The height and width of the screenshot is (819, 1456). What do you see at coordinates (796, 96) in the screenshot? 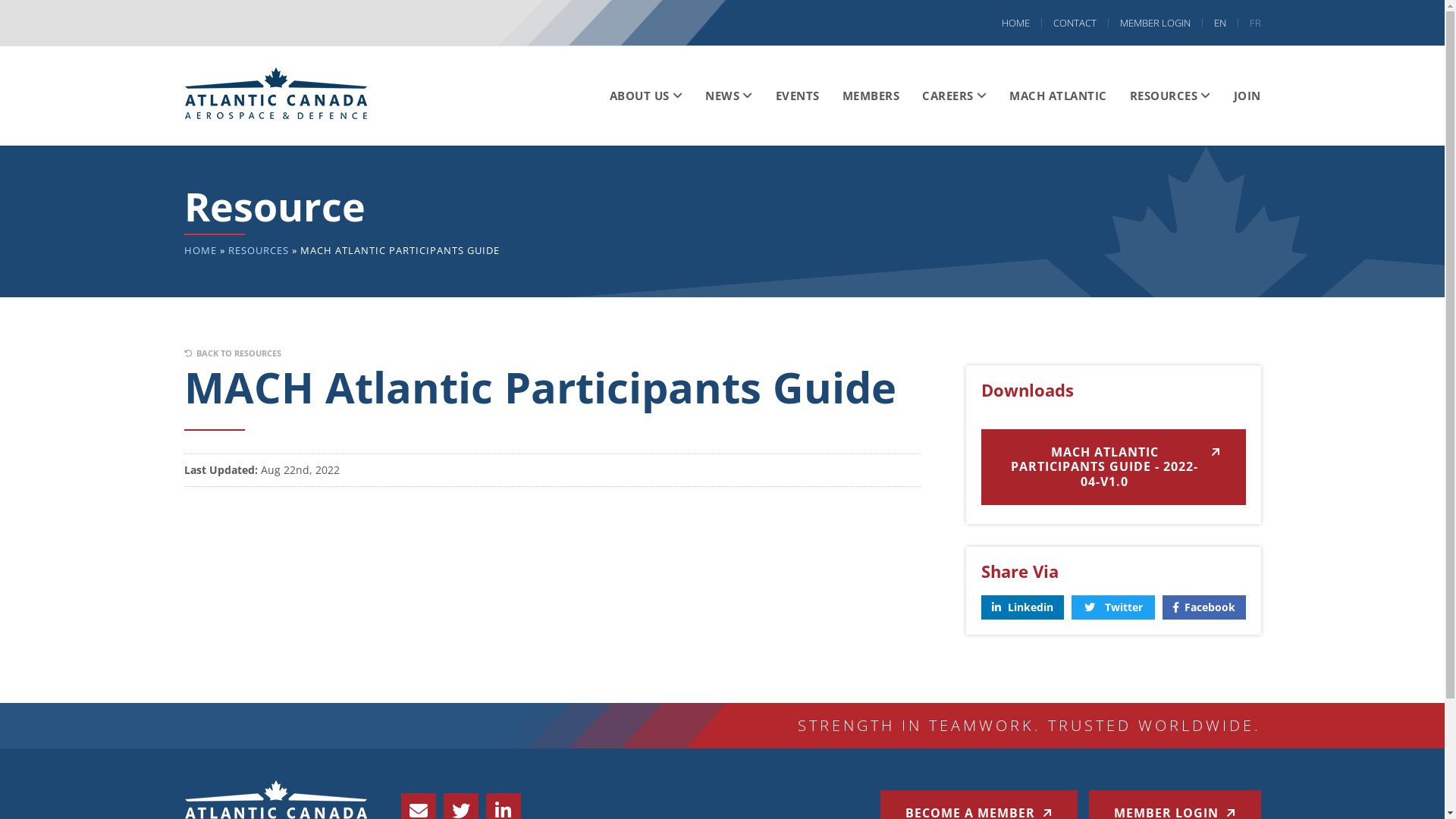
I see `'EVENTS'` at bounding box center [796, 96].